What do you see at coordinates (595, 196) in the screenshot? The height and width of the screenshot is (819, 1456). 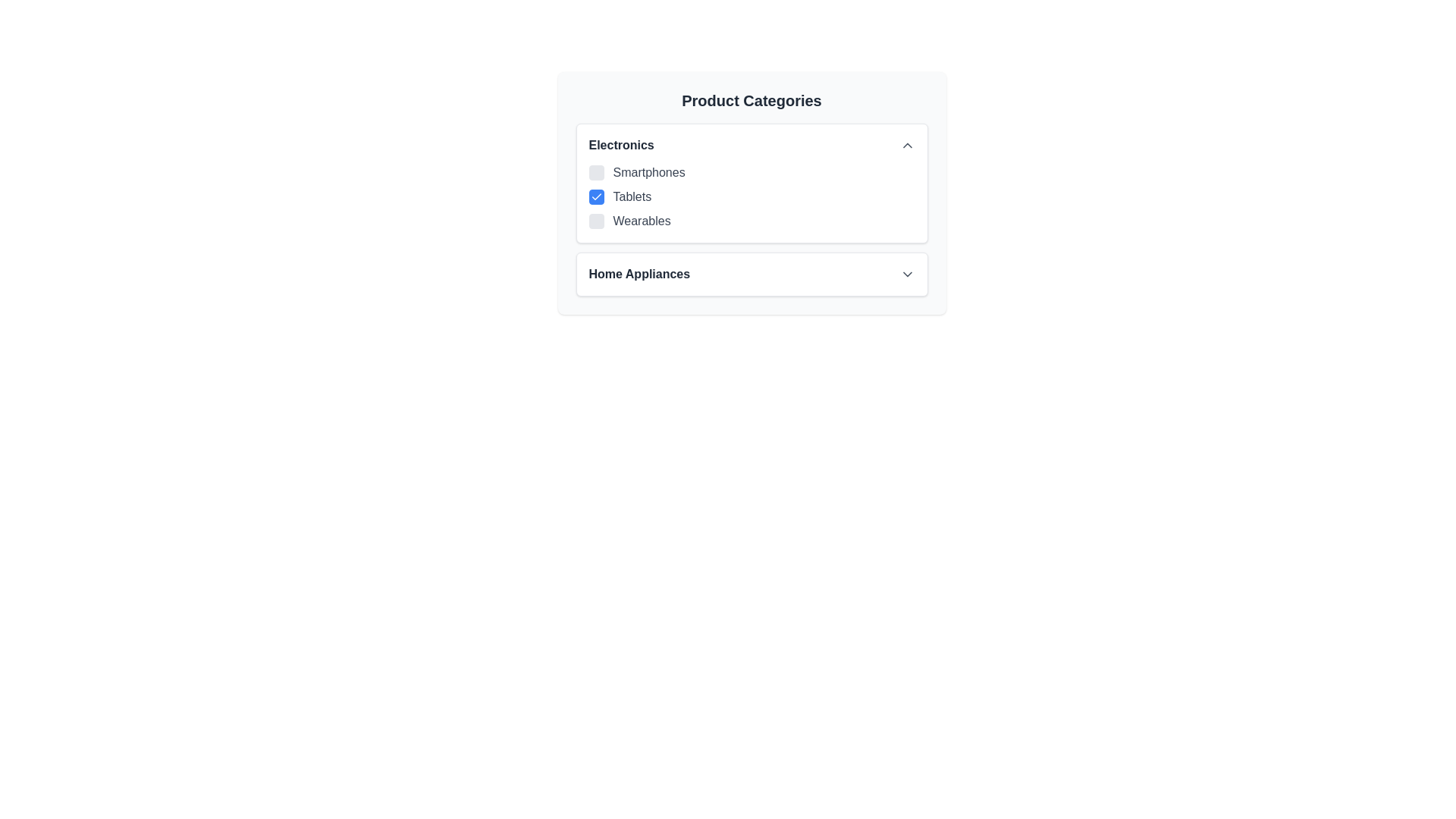 I see `the checkbox styled as a button` at bounding box center [595, 196].